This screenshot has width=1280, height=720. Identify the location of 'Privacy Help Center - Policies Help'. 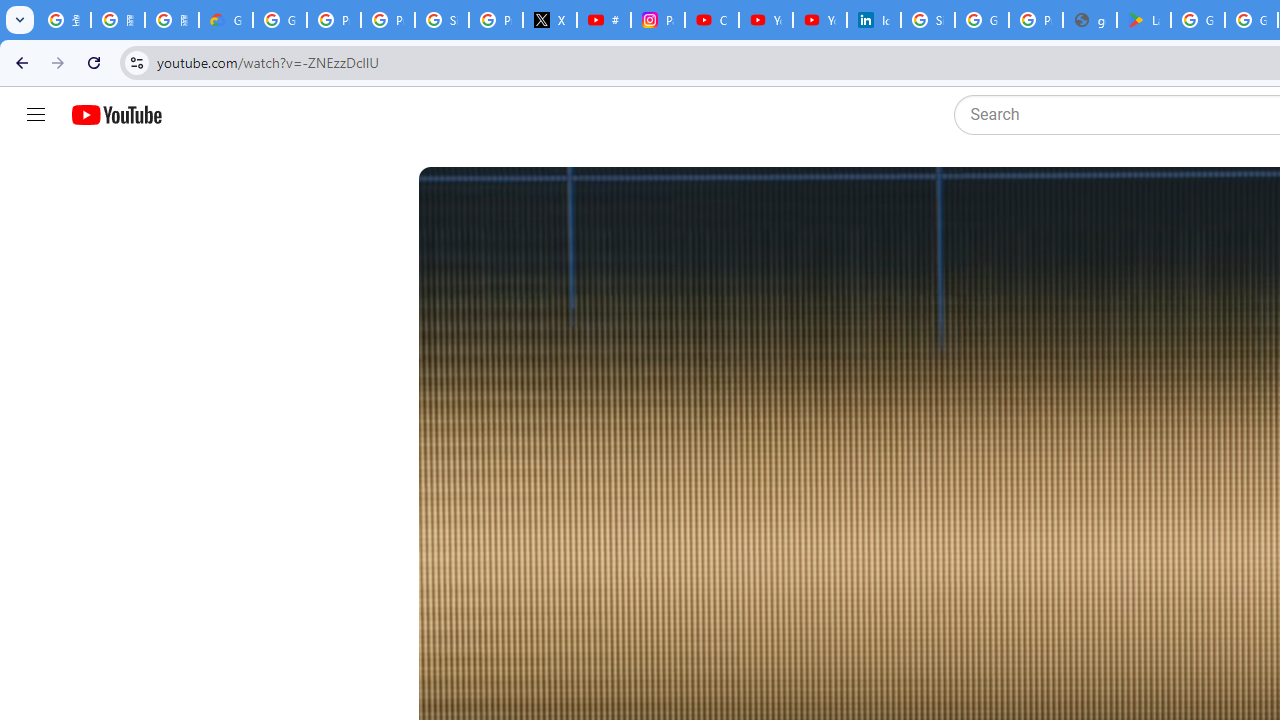
(387, 20).